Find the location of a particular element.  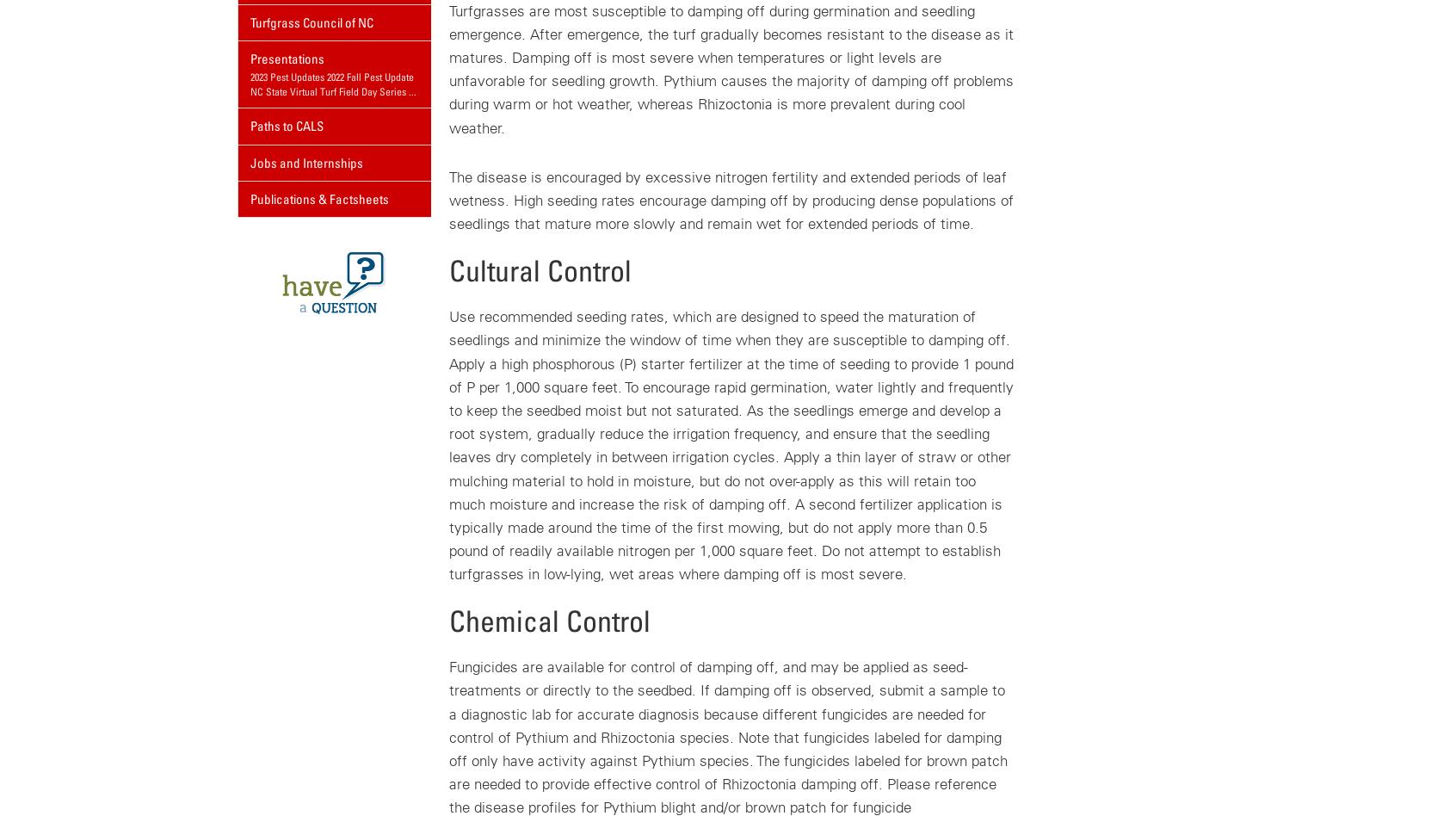

'Estoy de Acuerdo / I agree' is located at coordinates (549, 60).